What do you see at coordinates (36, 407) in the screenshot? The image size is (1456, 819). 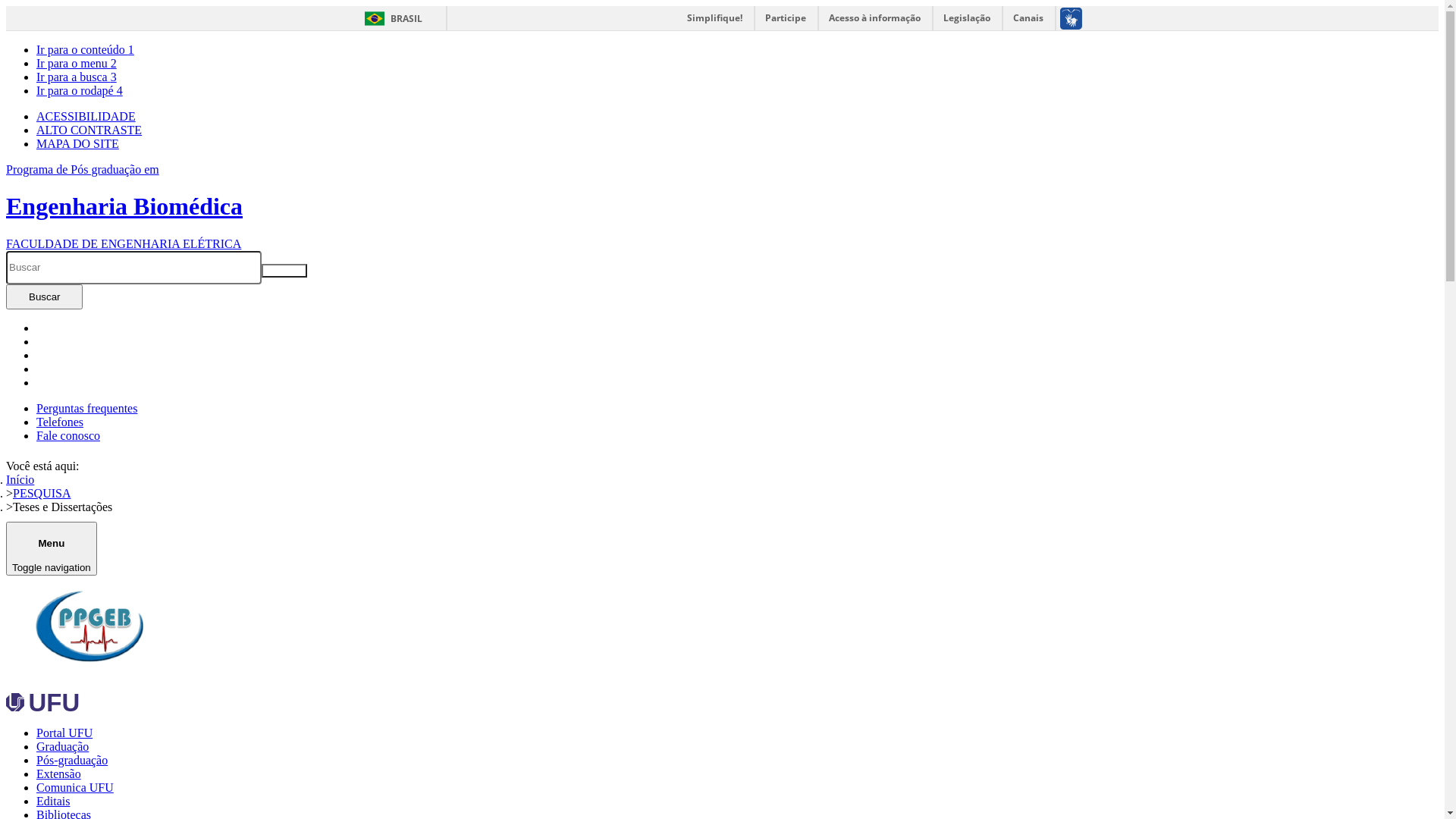 I see `'Perguntas frequentes'` at bounding box center [36, 407].